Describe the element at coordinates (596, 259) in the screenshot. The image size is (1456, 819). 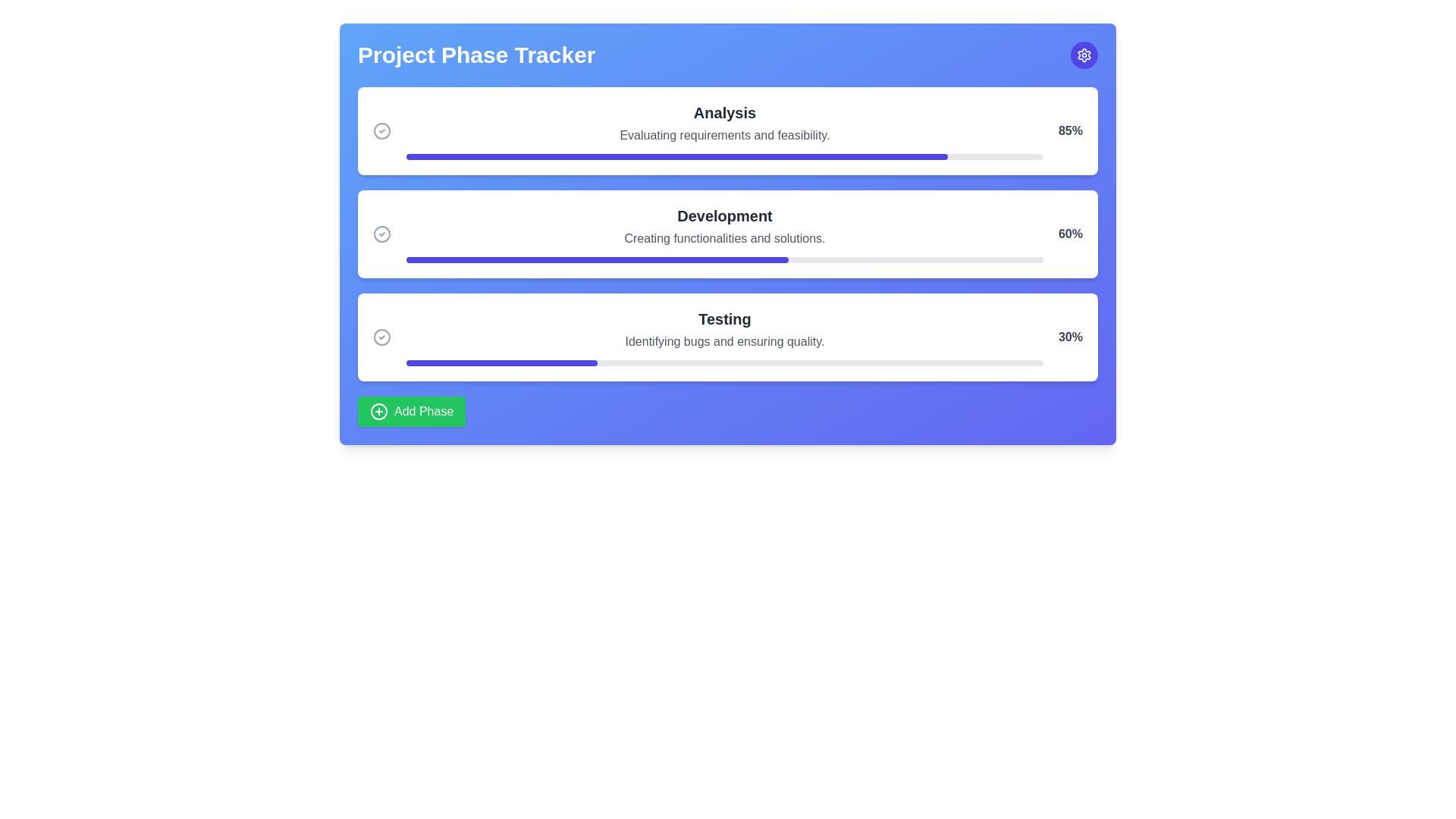
I see `current progress value from the indigo-colored progress bar fill segment located in the 'Development' section of the interface` at that location.